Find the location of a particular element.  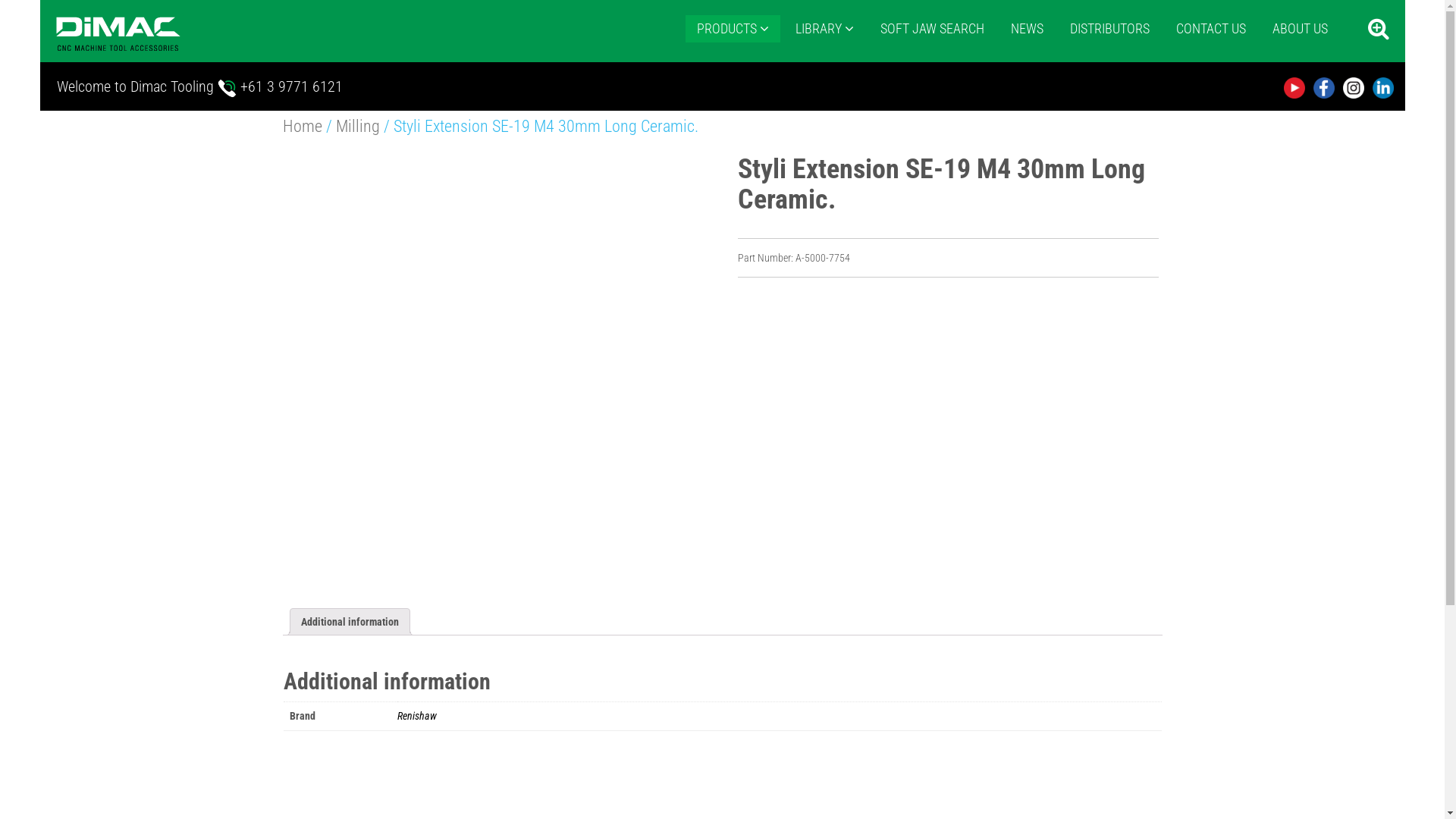

'Milling' is located at coordinates (356, 124).